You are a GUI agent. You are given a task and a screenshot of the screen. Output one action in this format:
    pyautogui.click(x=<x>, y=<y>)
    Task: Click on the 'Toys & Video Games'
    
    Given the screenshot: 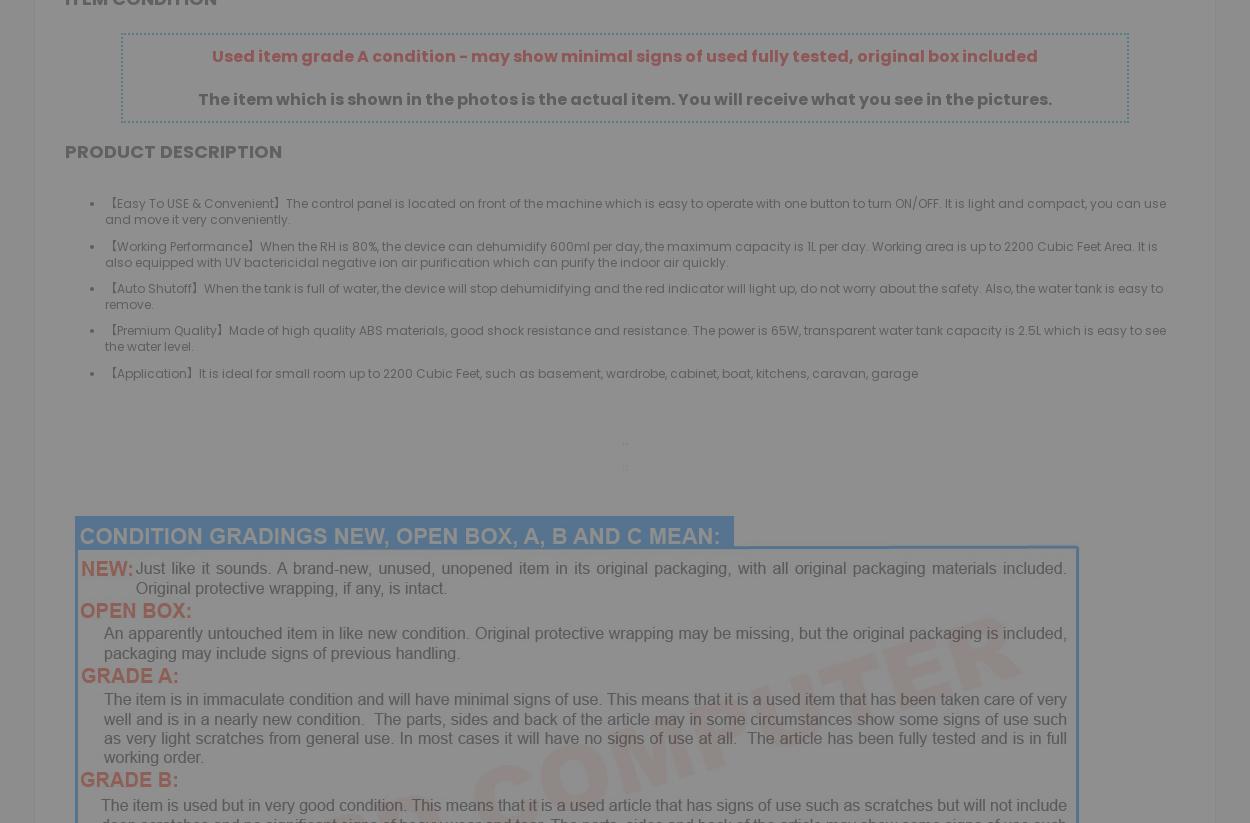 What is the action you would take?
    pyautogui.click(x=412, y=14)
    